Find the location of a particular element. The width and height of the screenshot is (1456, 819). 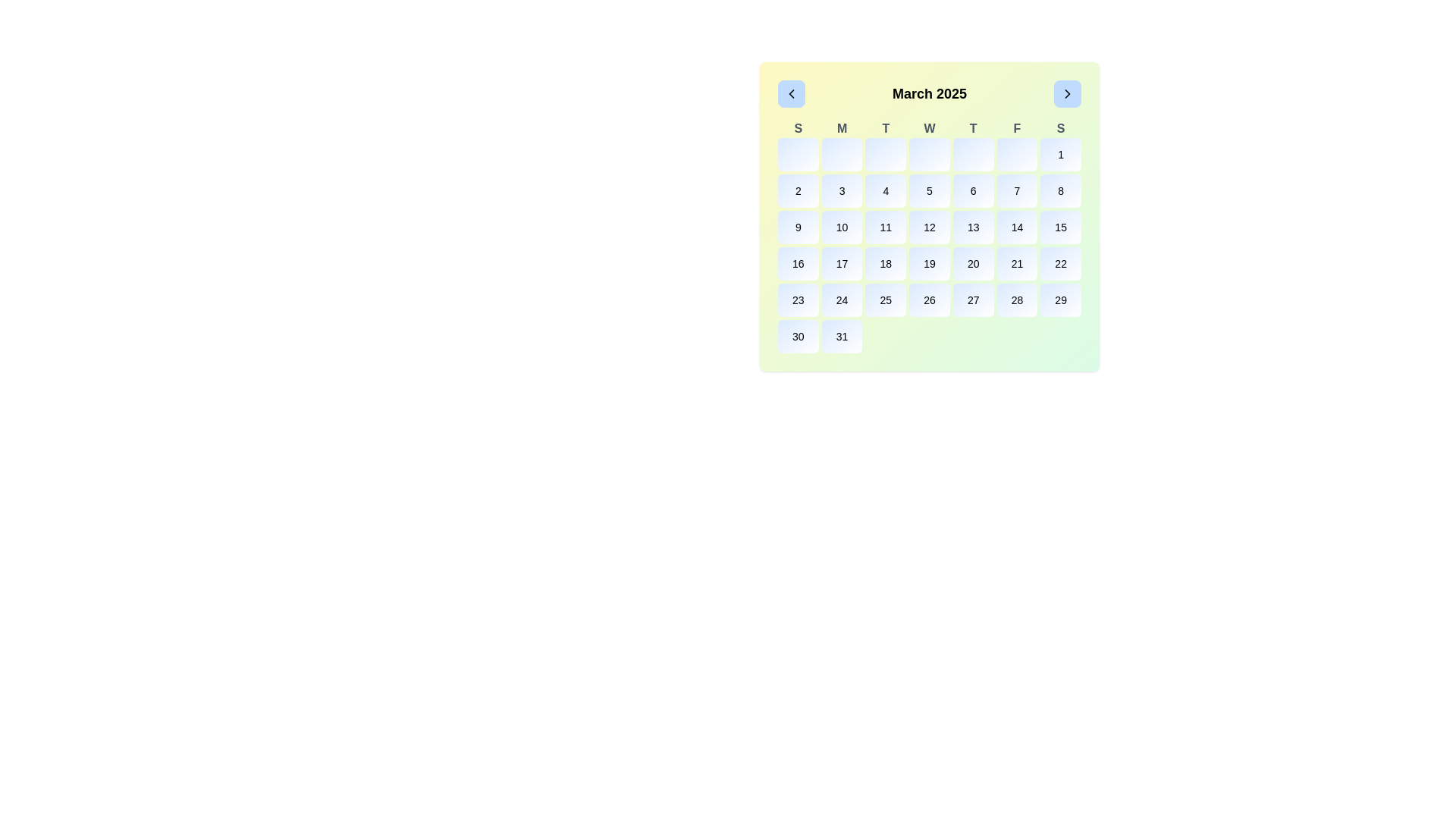

the button representing the 21st day in the calendar, which is located in the bottom row of the grid, under the Friday column is located at coordinates (1017, 262).